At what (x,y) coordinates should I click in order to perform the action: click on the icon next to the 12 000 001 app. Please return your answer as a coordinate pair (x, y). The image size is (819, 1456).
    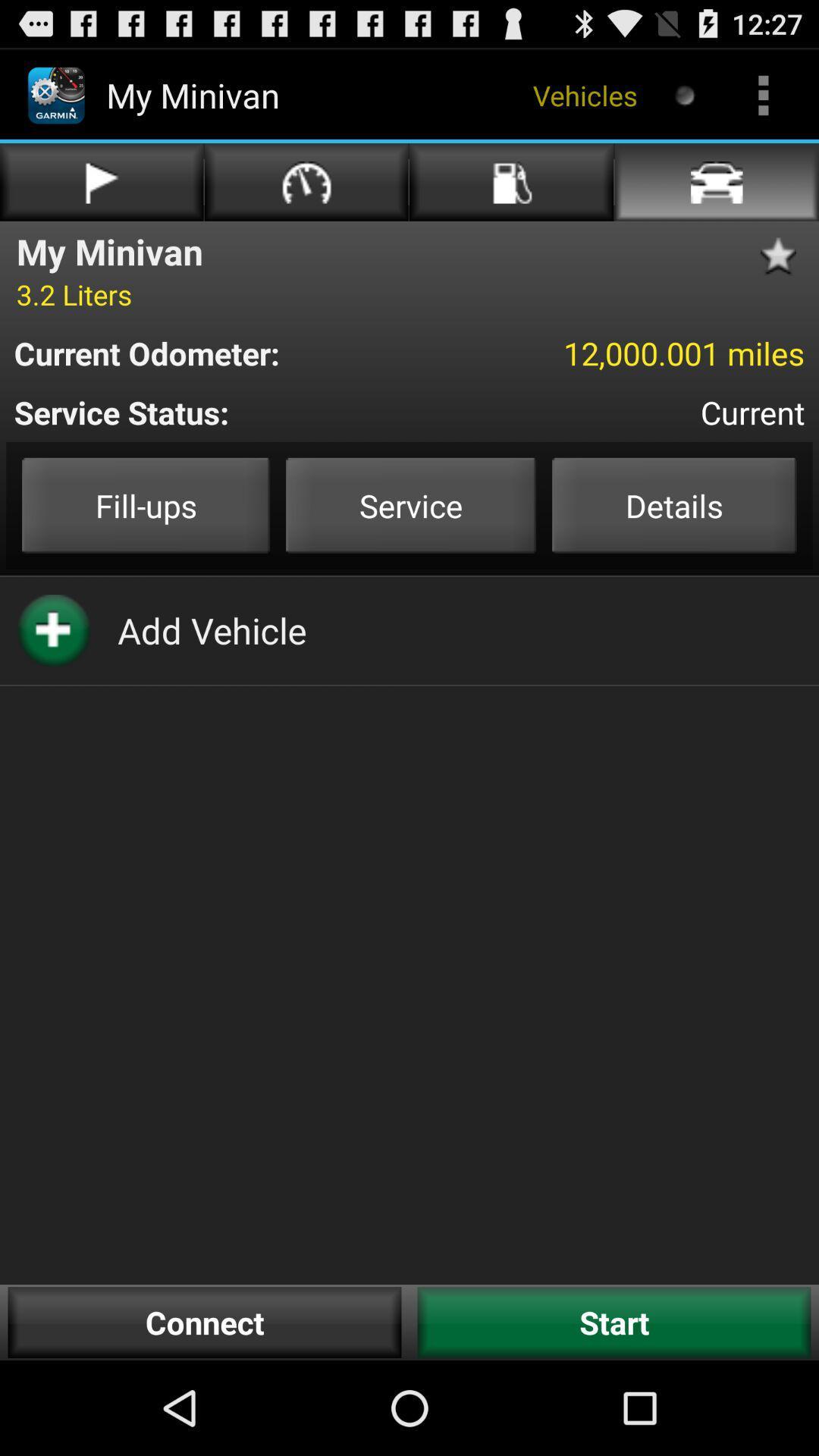
    Looking at the image, I should click on (218, 352).